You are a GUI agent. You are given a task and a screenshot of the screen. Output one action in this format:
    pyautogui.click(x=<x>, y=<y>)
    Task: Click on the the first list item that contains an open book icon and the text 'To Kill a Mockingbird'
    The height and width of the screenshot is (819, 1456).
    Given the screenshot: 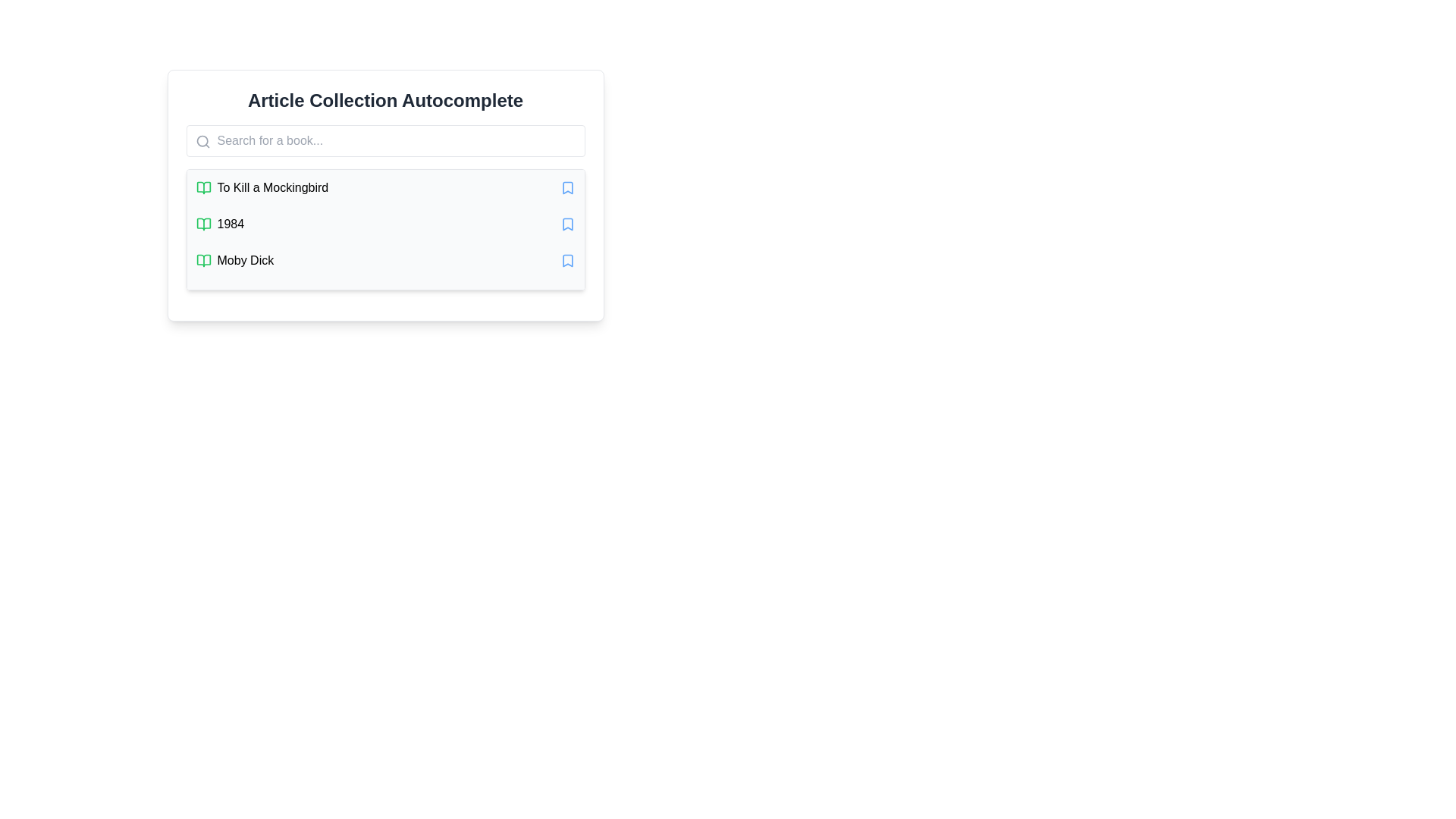 What is the action you would take?
    pyautogui.click(x=262, y=187)
    